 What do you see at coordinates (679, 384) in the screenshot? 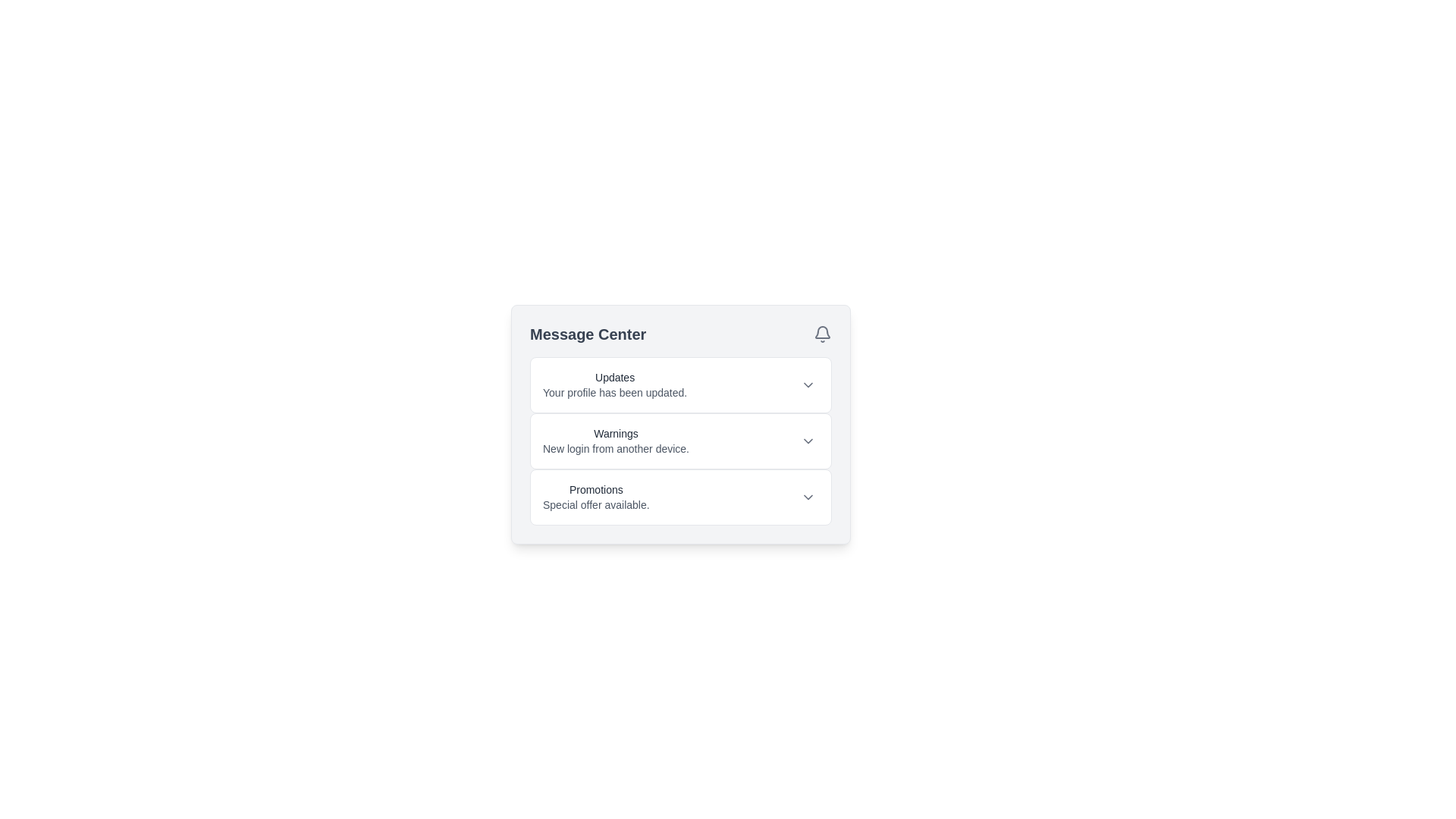
I see `notification message displayed in the Notification Block, which indicates that the user’s profile has been updated, located in the Message Center section` at bounding box center [679, 384].